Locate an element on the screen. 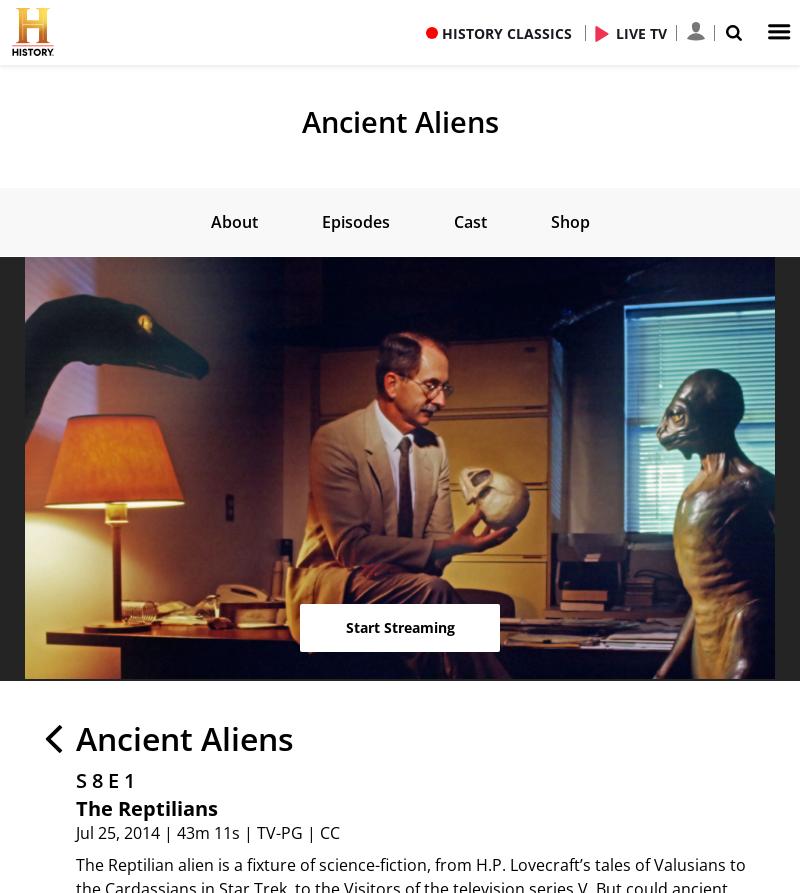  'LIVE TV' is located at coordinates (616, 32).